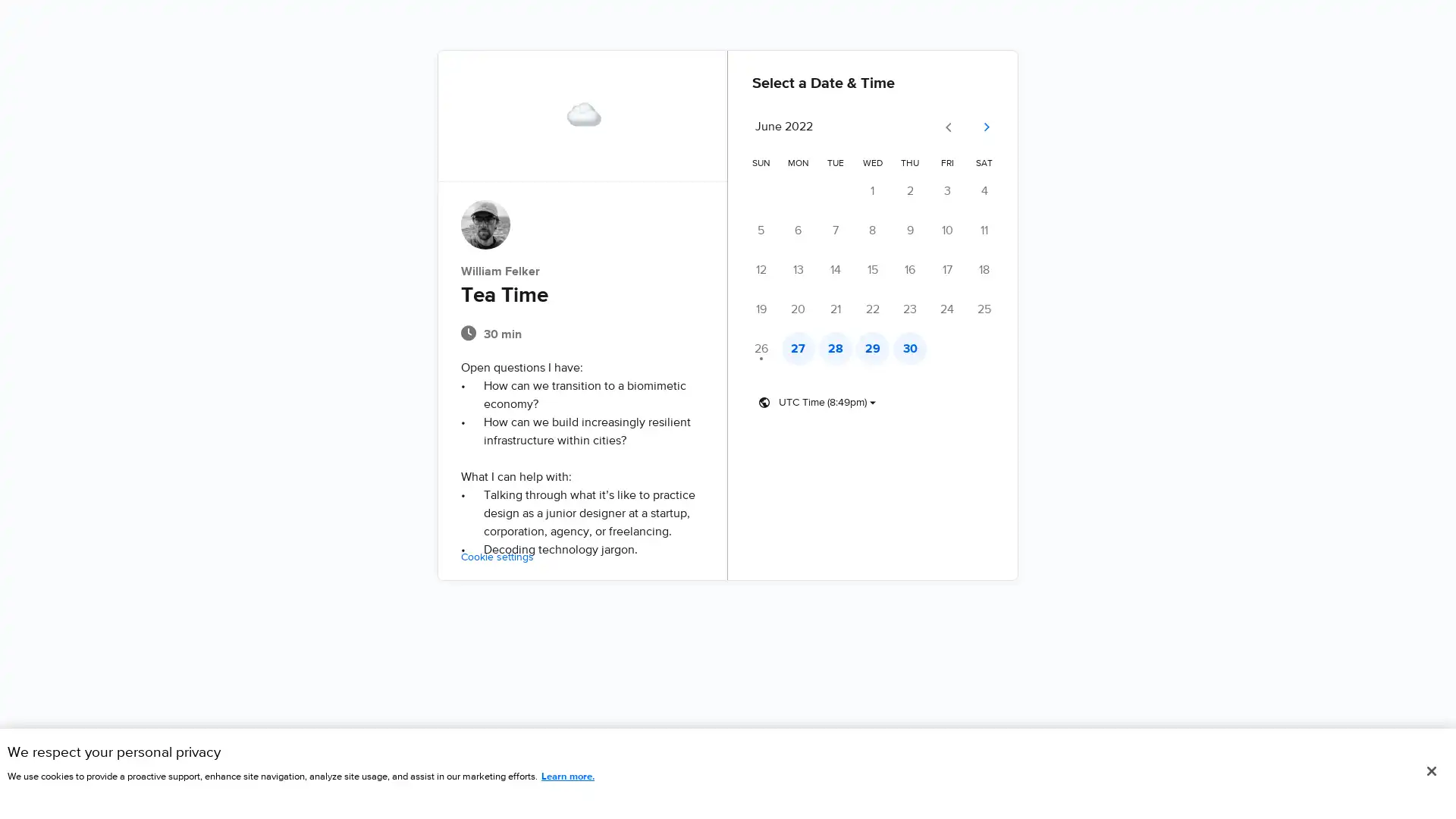  I want to click on Sunday, June 26 - No times available, so click(761, 348).